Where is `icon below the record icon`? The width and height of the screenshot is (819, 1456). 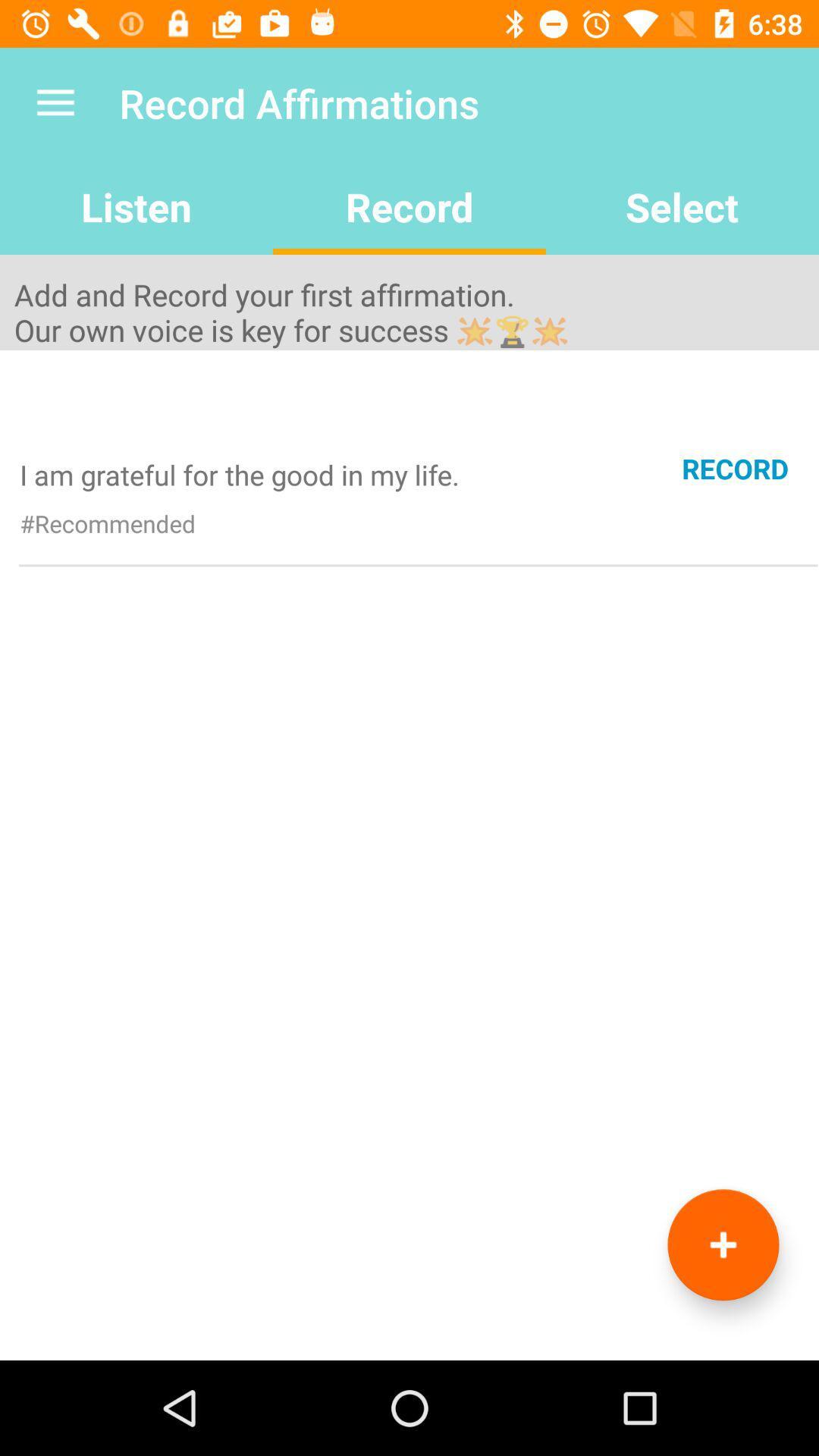 icon below the record icon is located at coordinates (722, 1244).